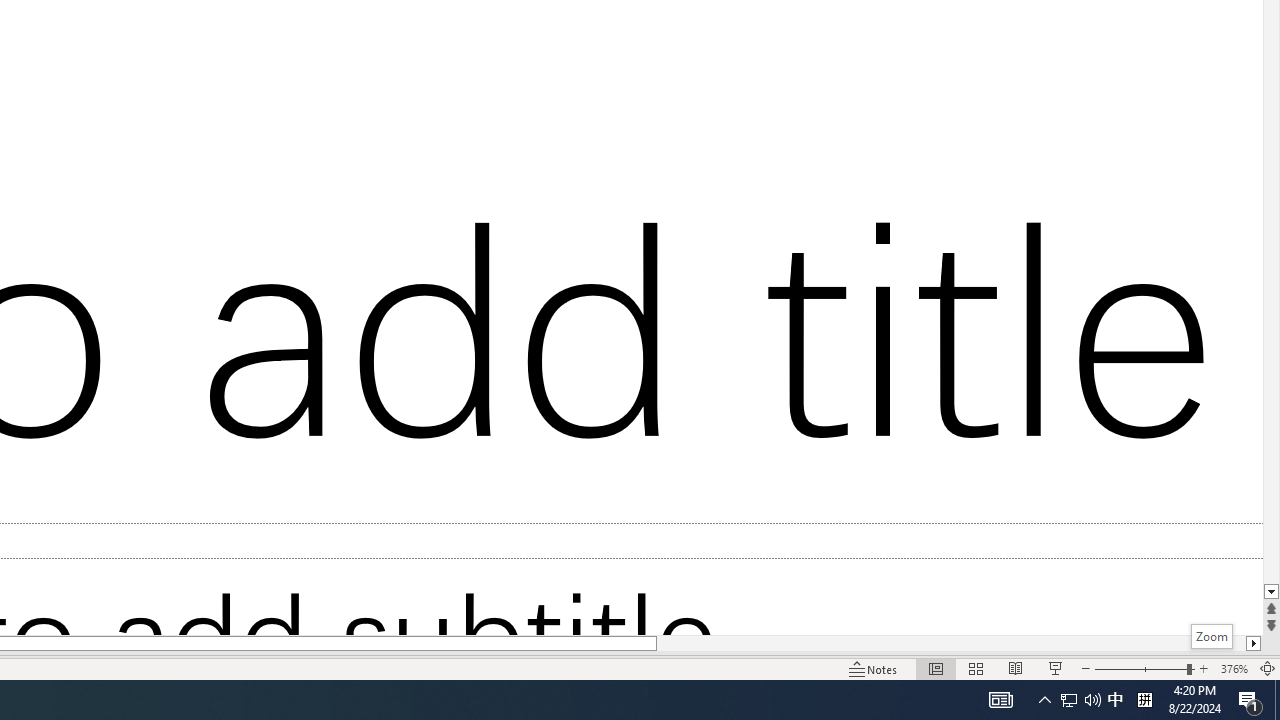  What do you see at coordinates (874, 669) in the screenshot?
I see `'Notes '` at bounding box center [874, 669].